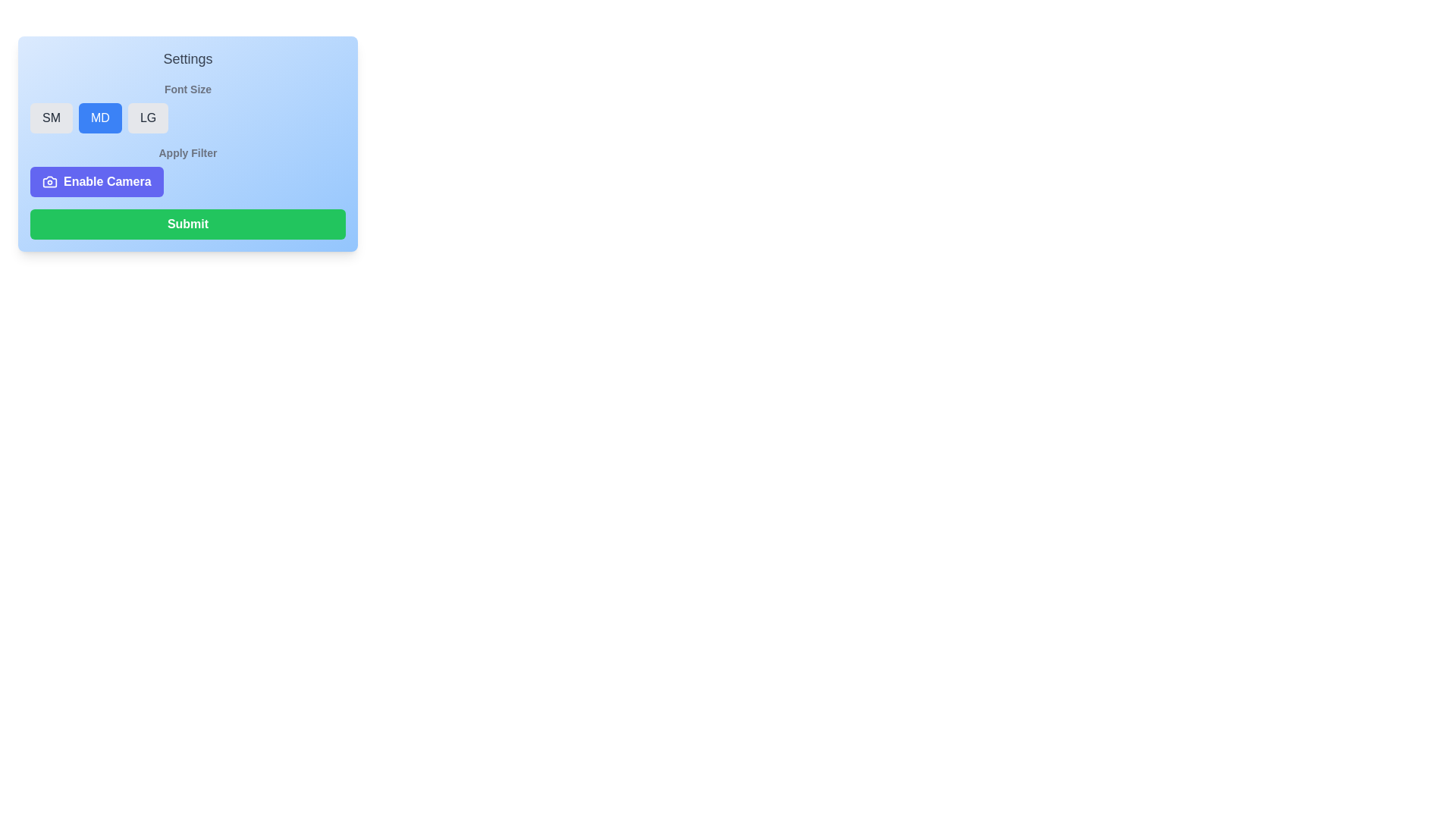  Describe the element at coordinates (187, 107) in the screenshot. I see `the 'Font Size' button group which contains the buttons 'SM', 'MD', and 'LG'` at that location.